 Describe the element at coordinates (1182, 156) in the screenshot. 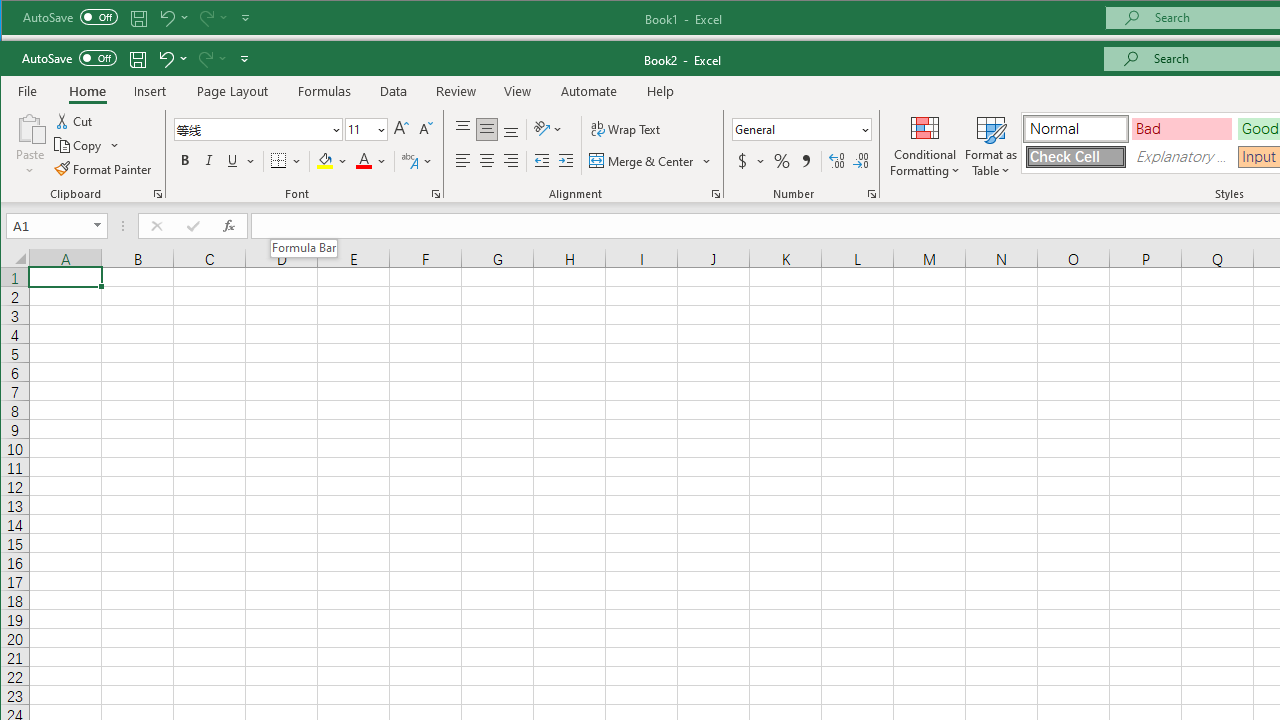

I see `'Explanatory Text'` at that location.